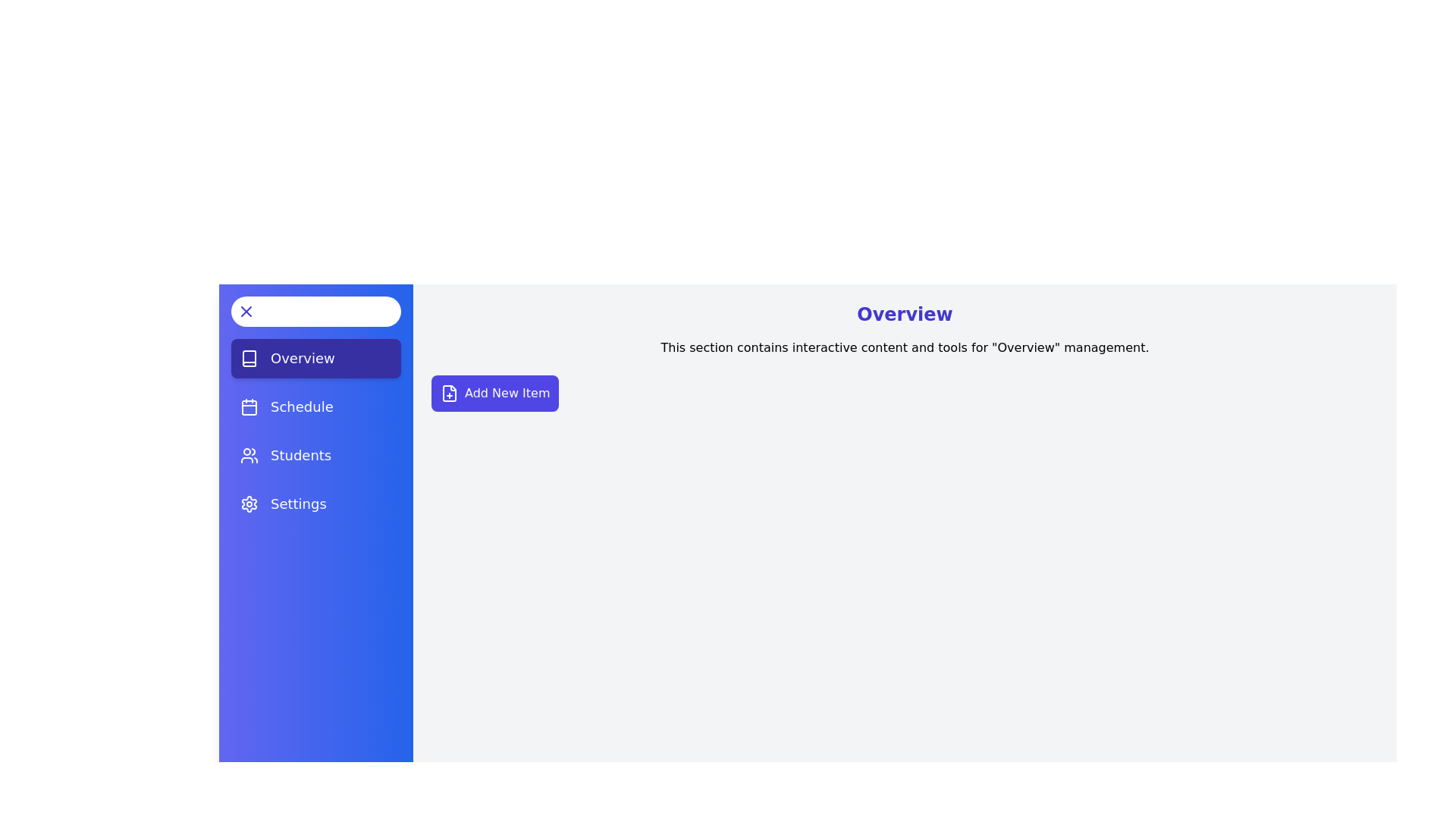 The image size is (1456, 819). I want to click on the section Settings from the navigation drawer, so click(315, 504).